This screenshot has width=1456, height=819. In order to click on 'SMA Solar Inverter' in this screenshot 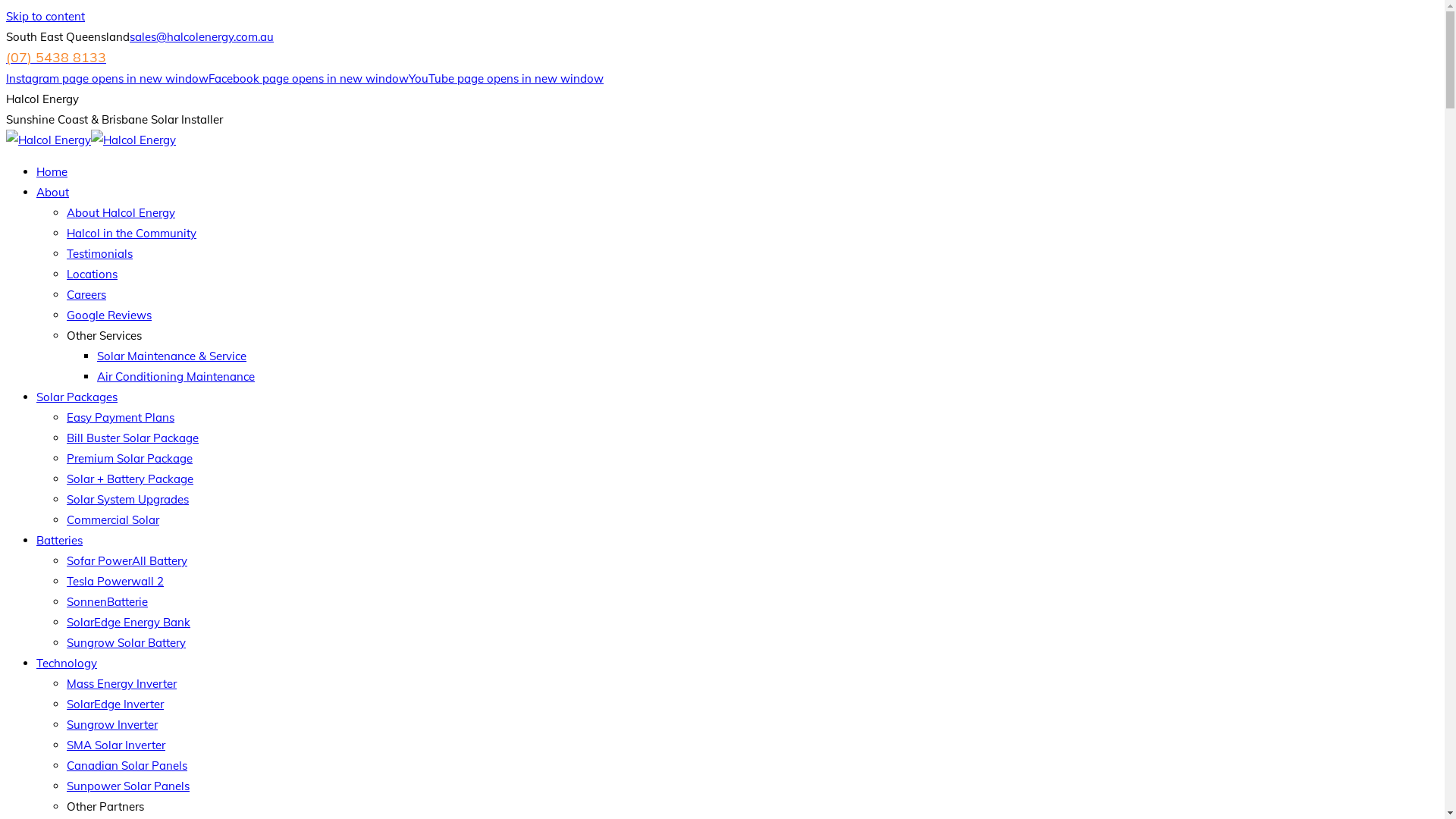, I will do `click(115, 744)`.